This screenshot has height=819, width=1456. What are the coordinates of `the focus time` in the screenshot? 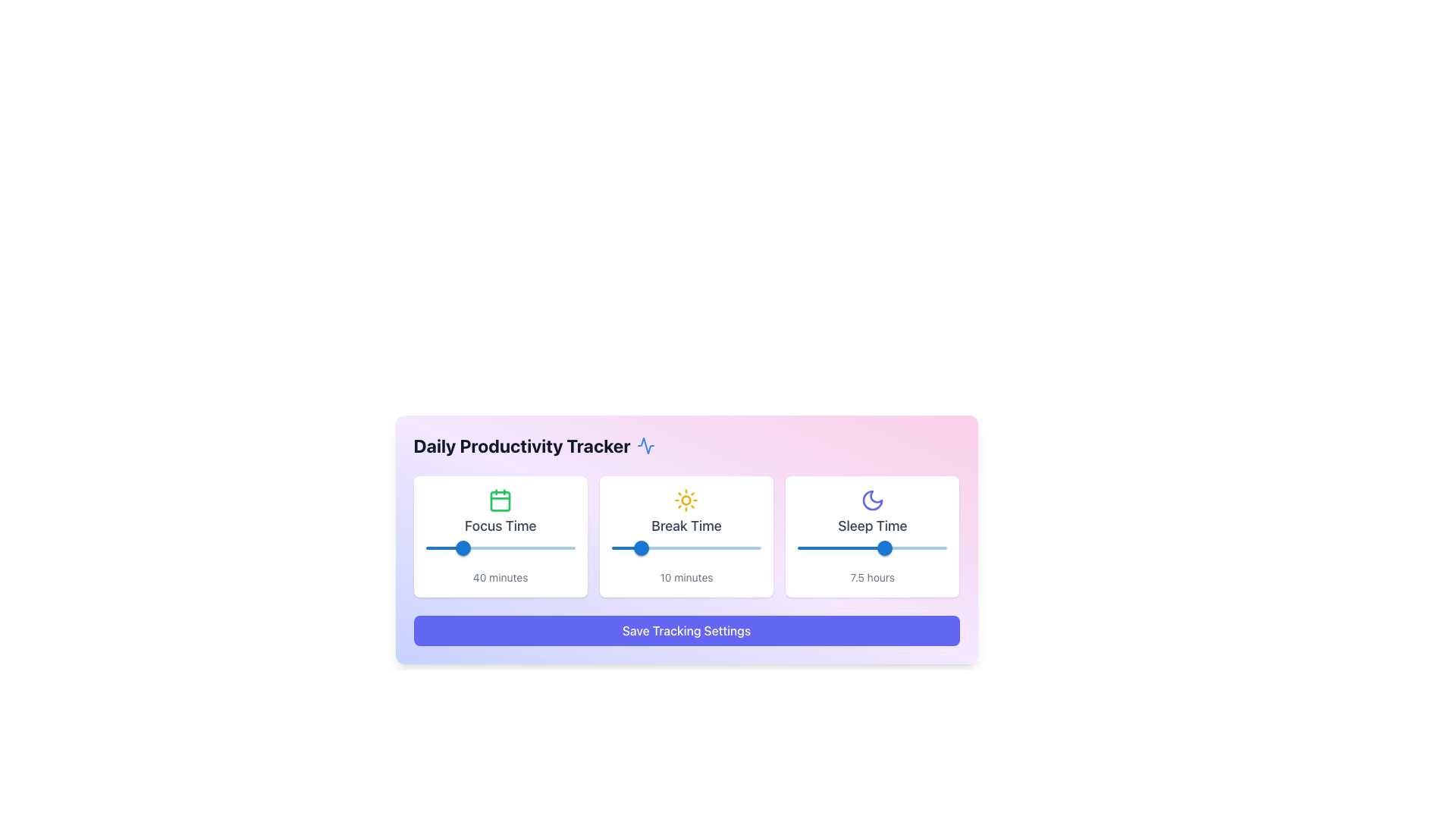 It's located at (560, 548).